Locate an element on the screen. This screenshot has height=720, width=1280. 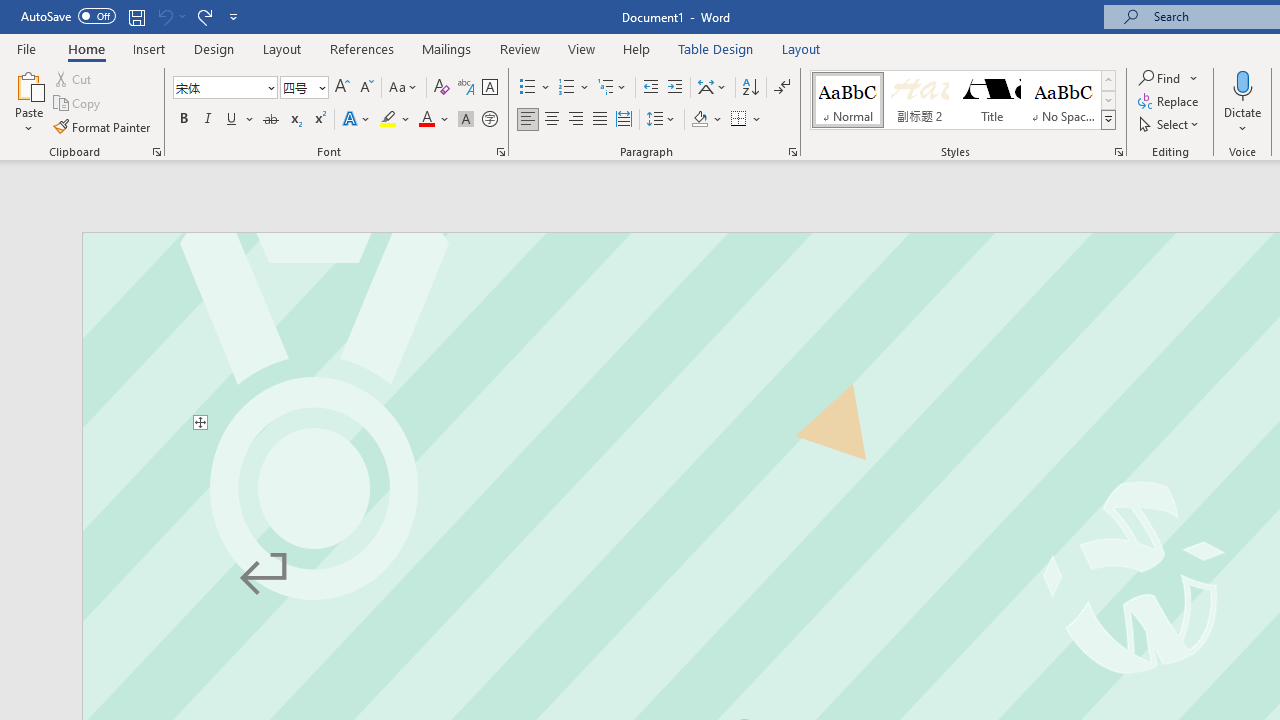
'View' is located at coordinates (581, 48).